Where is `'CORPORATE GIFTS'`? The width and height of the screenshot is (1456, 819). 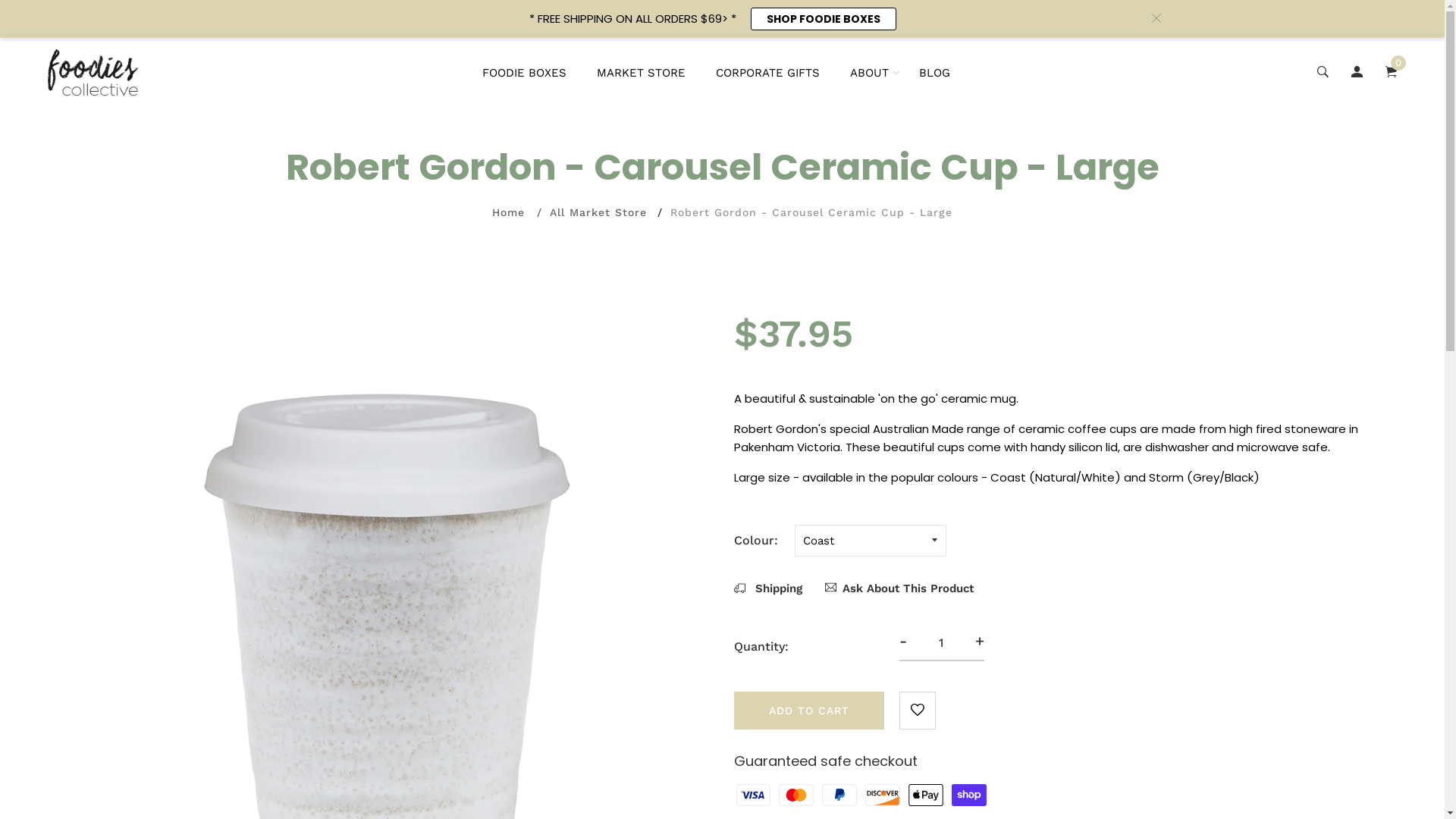
'CORPORATE GIFTS' is located at coordinates (767, 73).